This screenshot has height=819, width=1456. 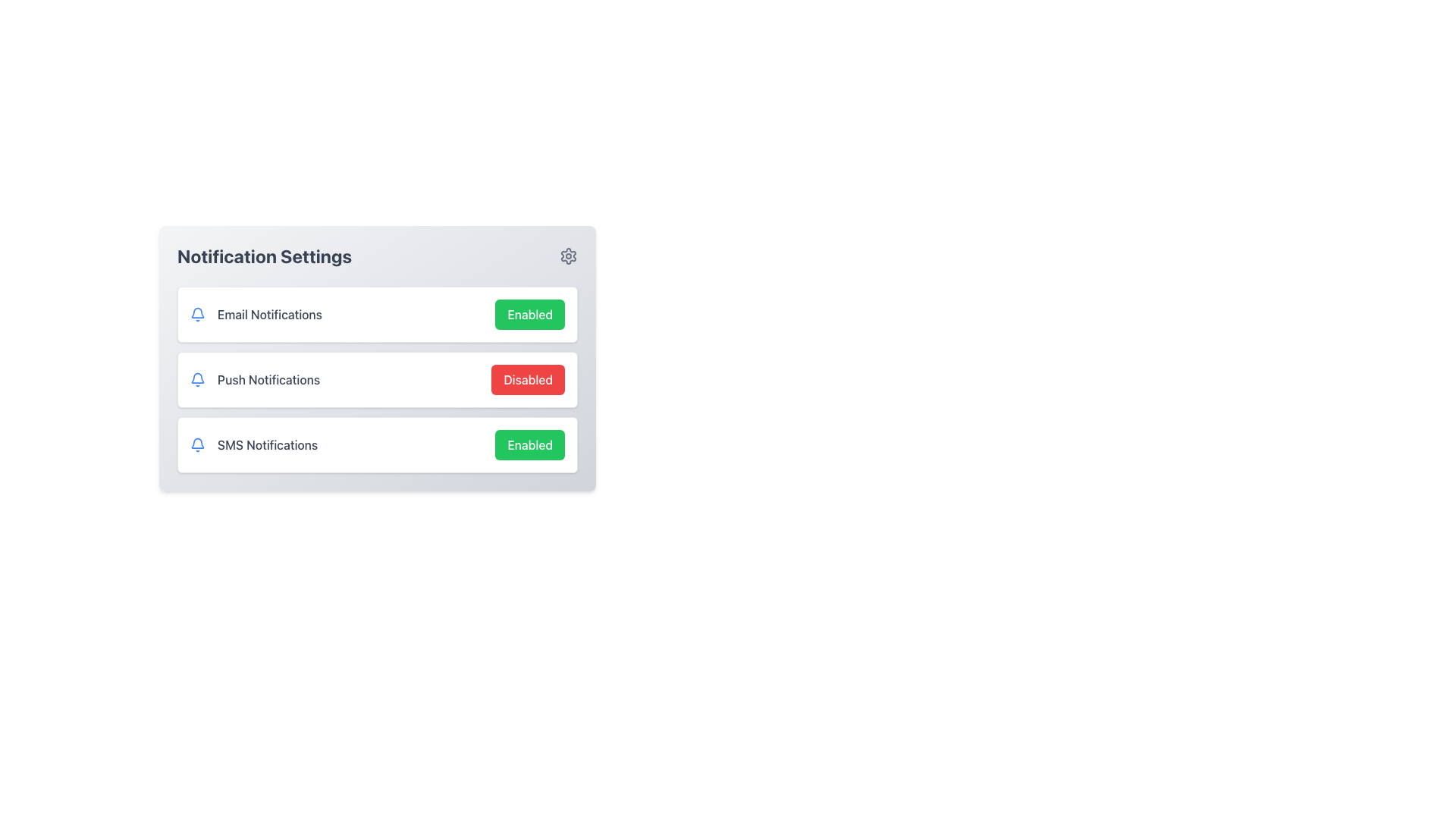 What do you see at coordinates (530, 314) in the screenshot?
I see `the green button labeled 'Enabled' in the 'Email Notifications' section` at bounding box center [530, 314].